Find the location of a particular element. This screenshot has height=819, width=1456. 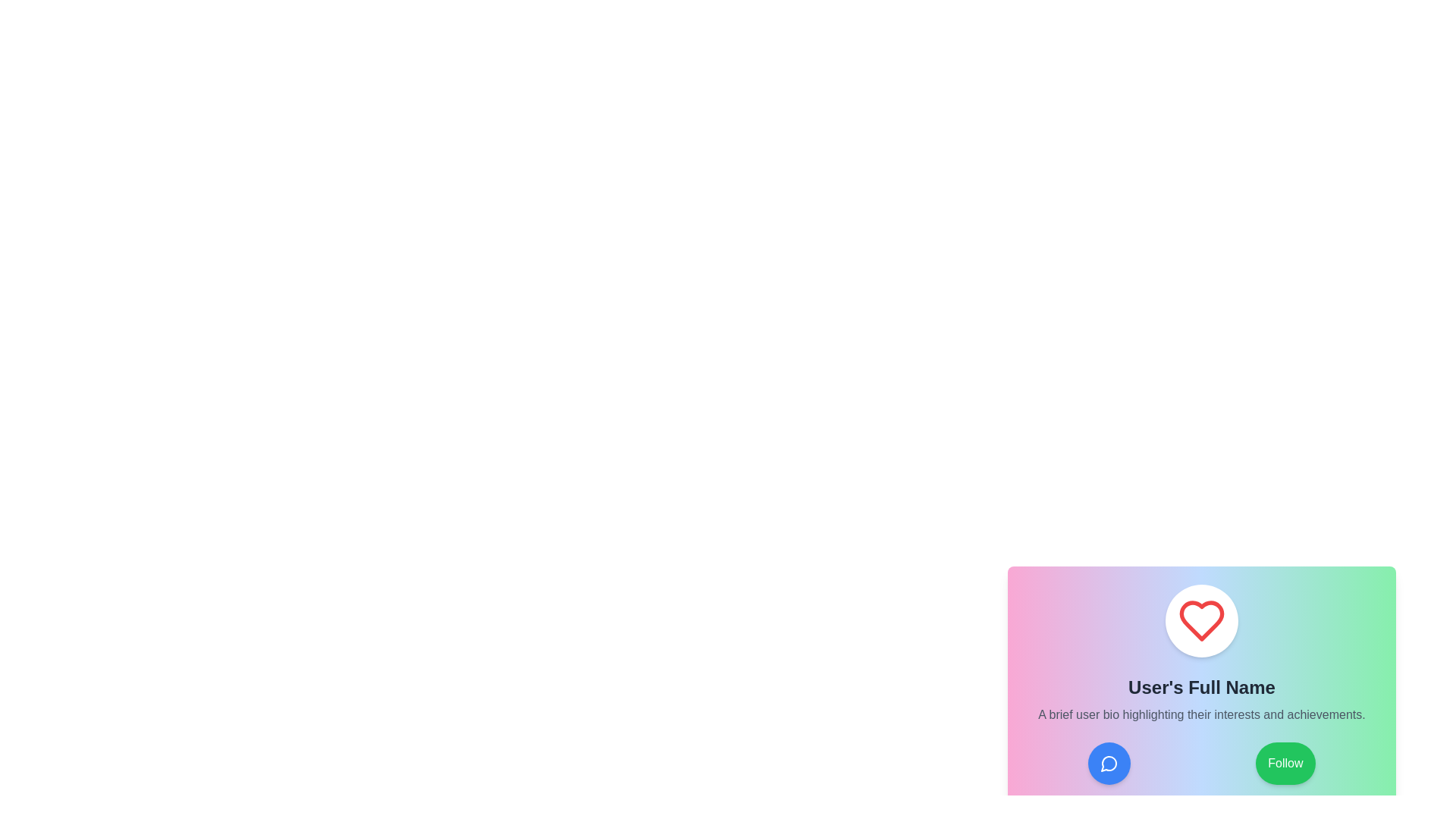

the interactive button intended for initiating a conversation, located centrally below the user information section and slightly to the left of the 'Follow' button is located at coordinates (1109, 763).